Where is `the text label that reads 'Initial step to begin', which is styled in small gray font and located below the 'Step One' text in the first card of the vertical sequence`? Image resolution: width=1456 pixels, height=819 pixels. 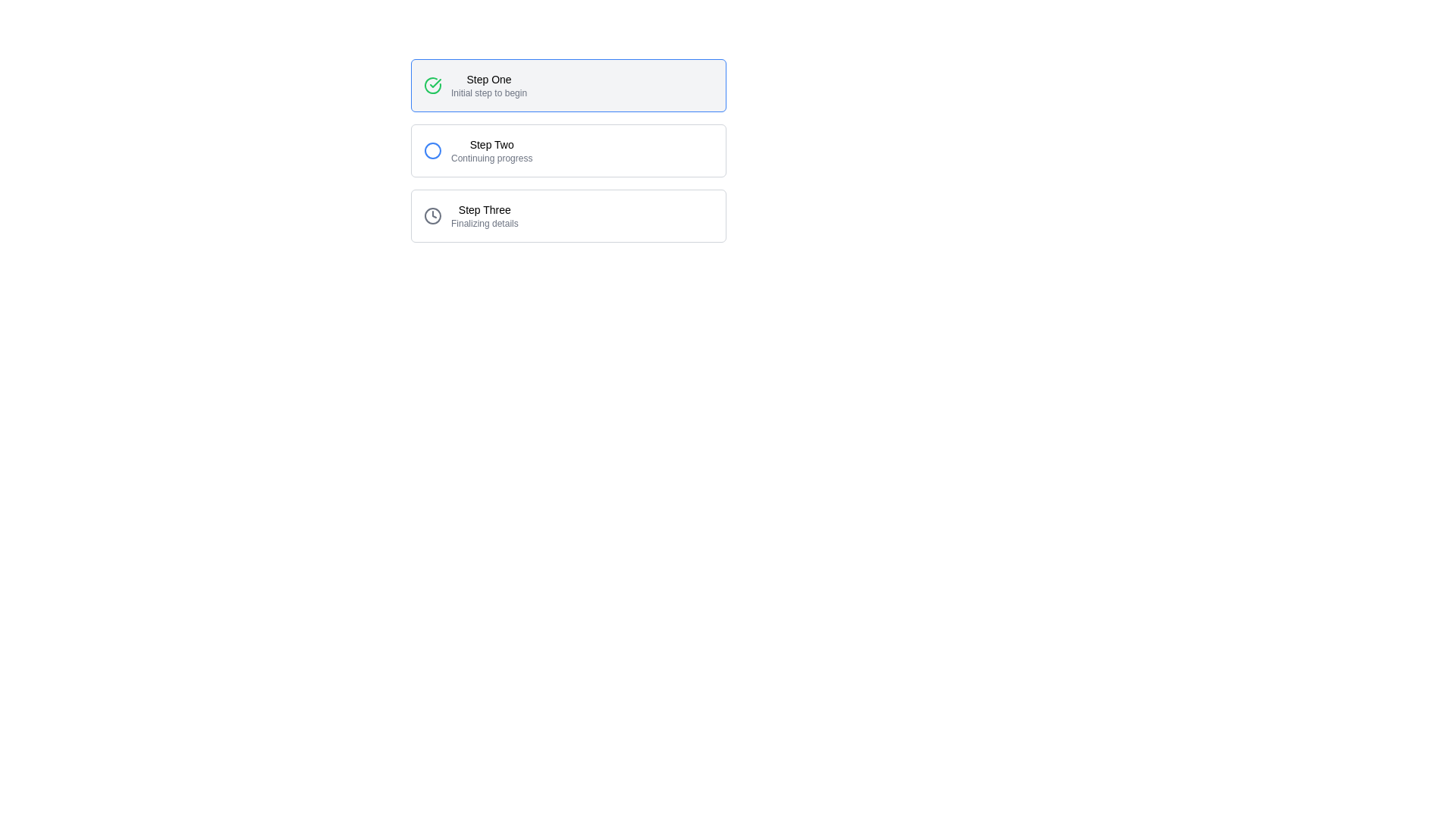
the text label that reads 'Initial step to begin', which is styled in small gray font and located below the 'Step One' text in the first card of the vertical sequence is located at coordinates (489, 93).